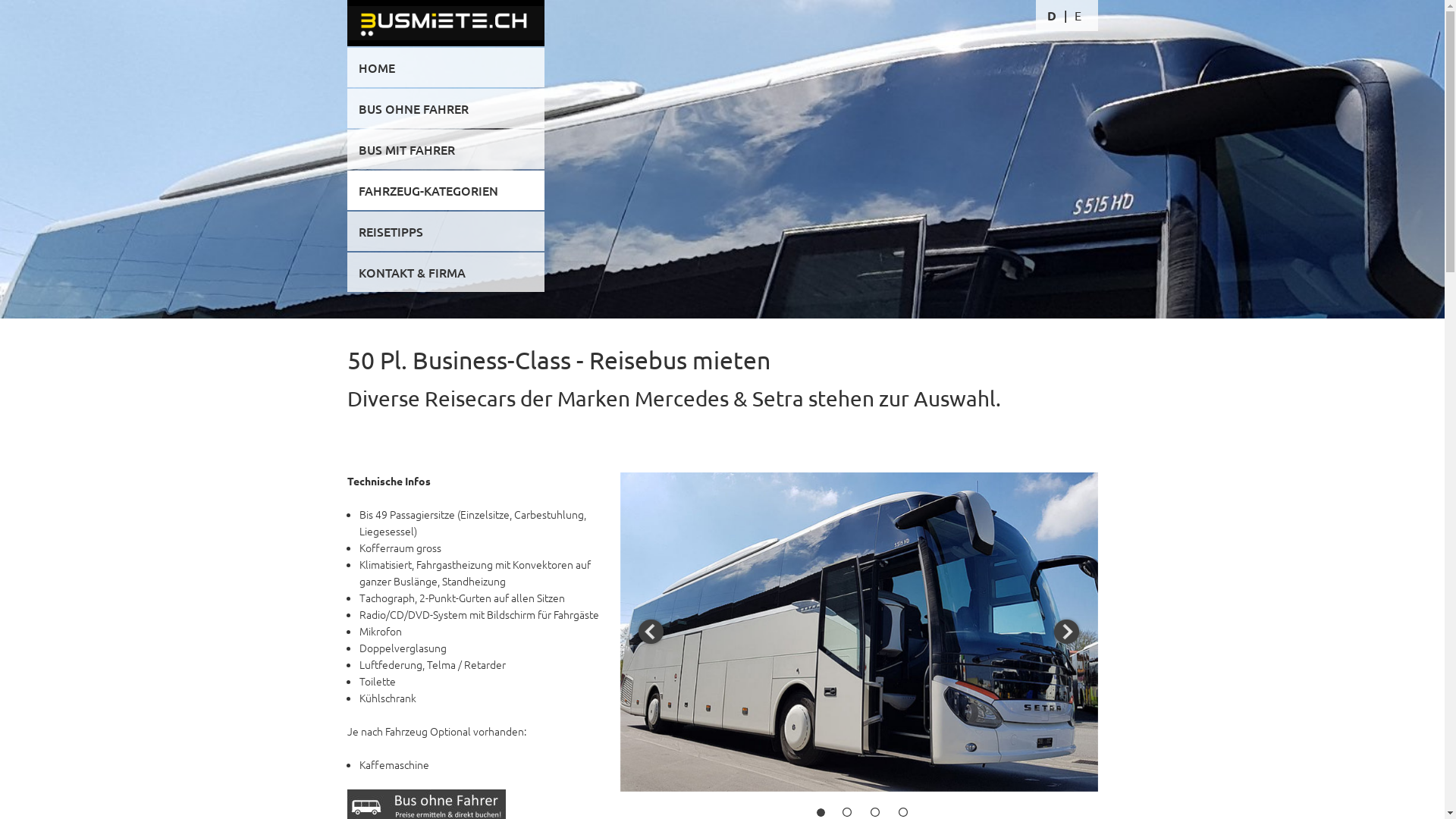 Image resolution: width=1456 pixels, height=819 pixels. Describe the element at coordinates (1050, 632) in the screenshot. I see `'Weiter'` at that location.